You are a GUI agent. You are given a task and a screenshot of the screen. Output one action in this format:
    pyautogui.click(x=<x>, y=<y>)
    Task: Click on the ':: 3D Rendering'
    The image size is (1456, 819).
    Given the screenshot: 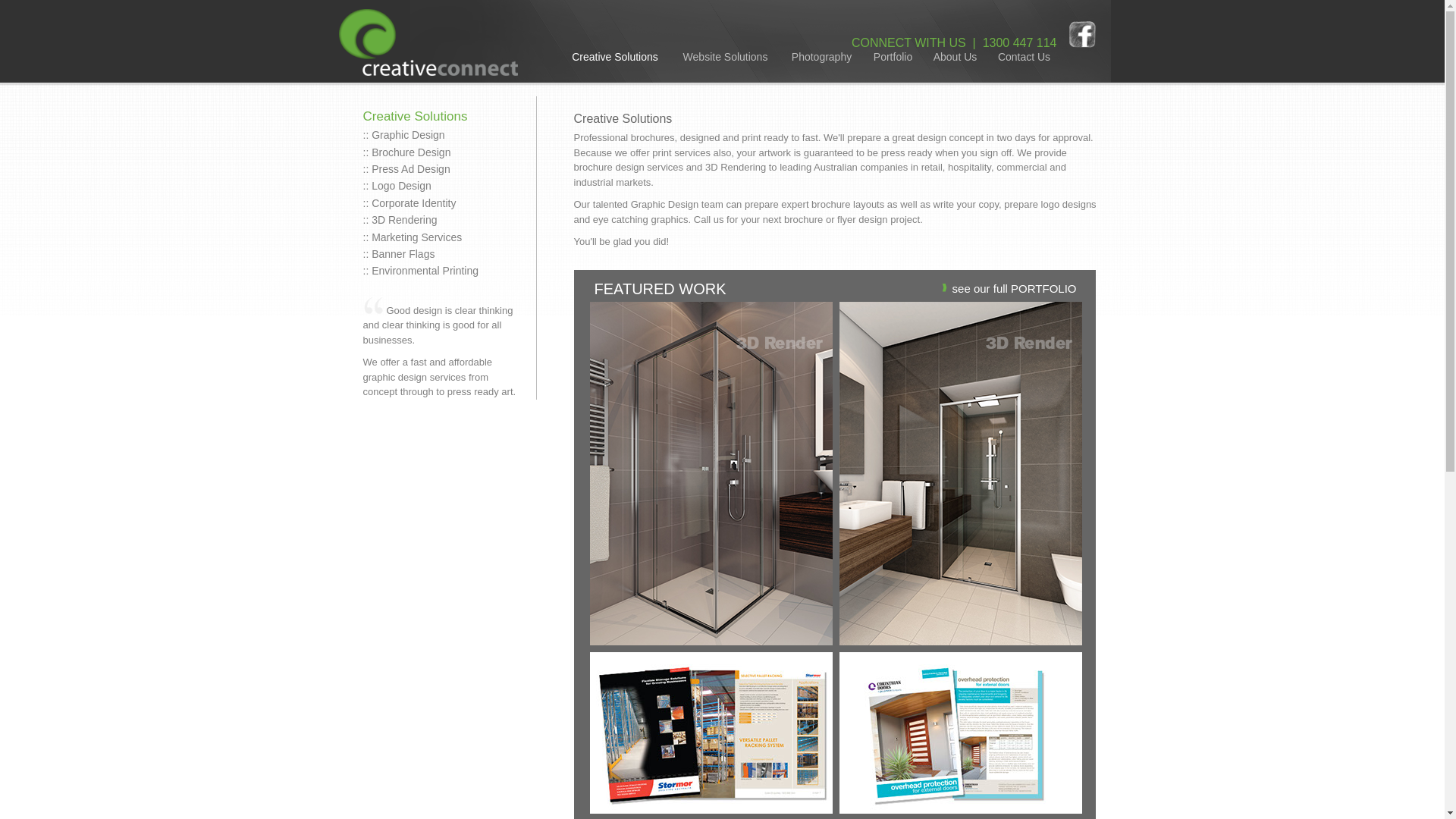 What is the action you would take?
    pyautogui.click(x=362, y=219)
    